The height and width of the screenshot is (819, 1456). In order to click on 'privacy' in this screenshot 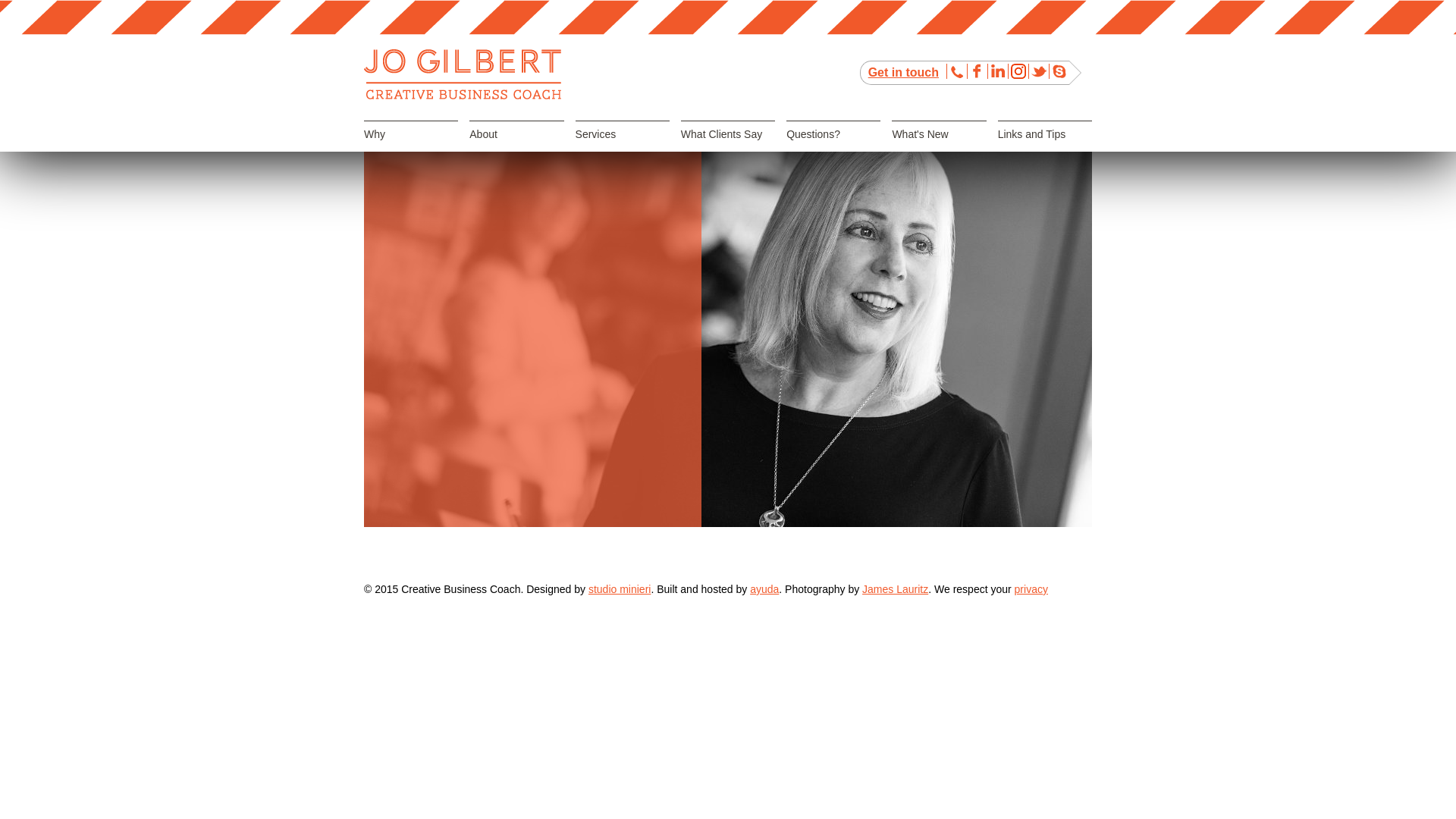, I will do `click(1031, 588)`.